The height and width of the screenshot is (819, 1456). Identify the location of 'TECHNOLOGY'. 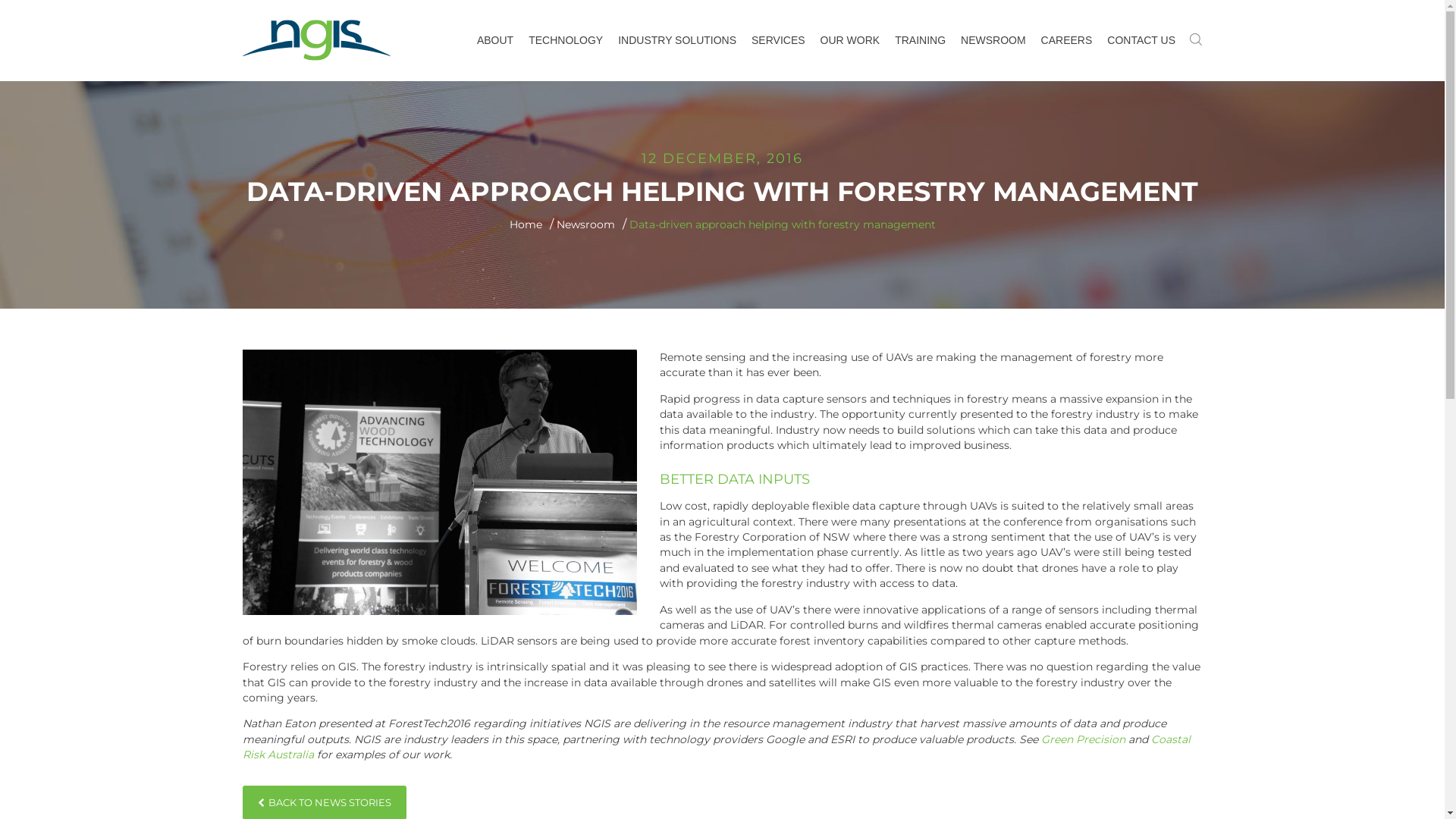
(564, 39).